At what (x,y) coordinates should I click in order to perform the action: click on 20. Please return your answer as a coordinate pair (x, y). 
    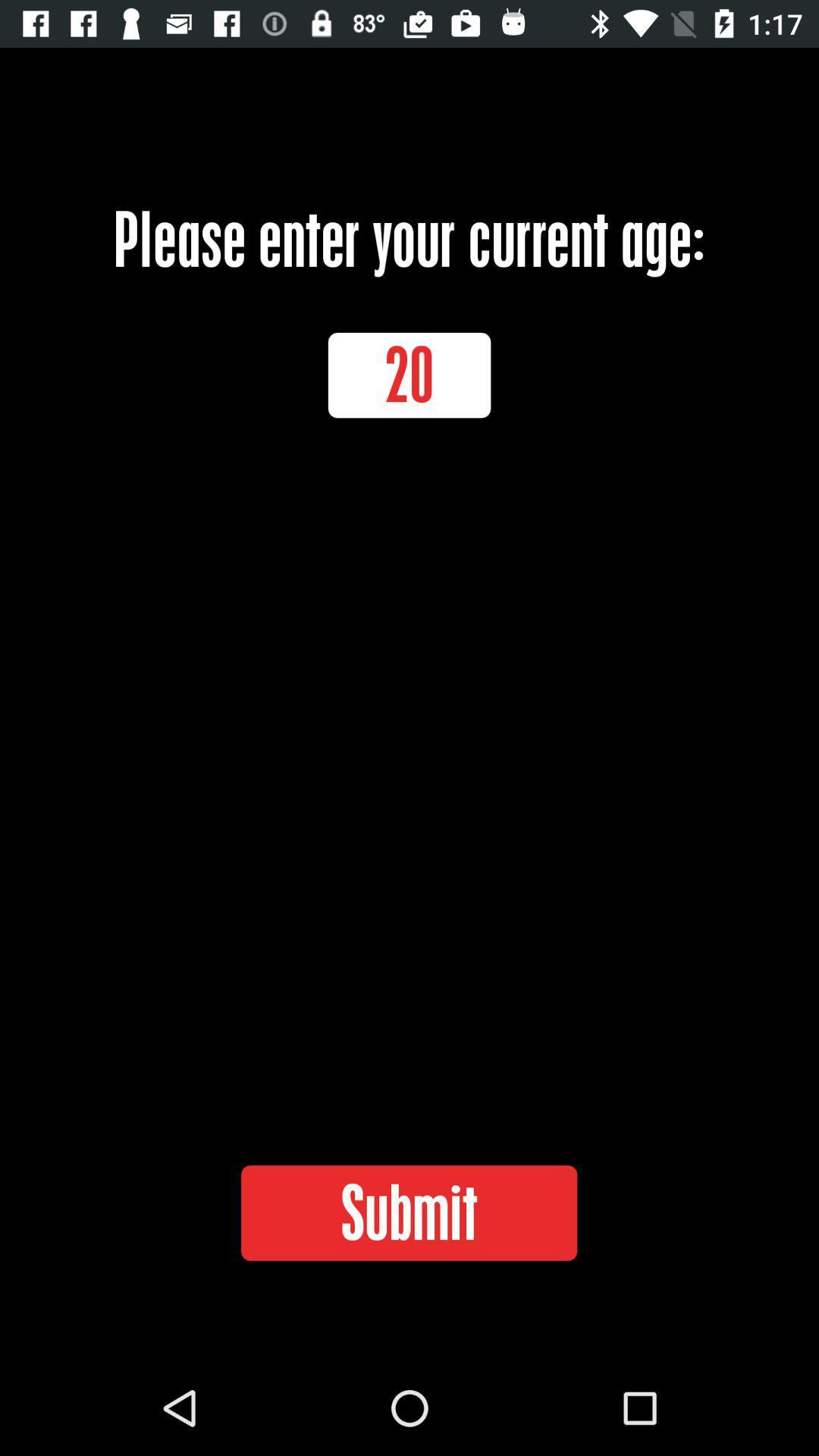
    Looking at the image, I should click on (409, 375).